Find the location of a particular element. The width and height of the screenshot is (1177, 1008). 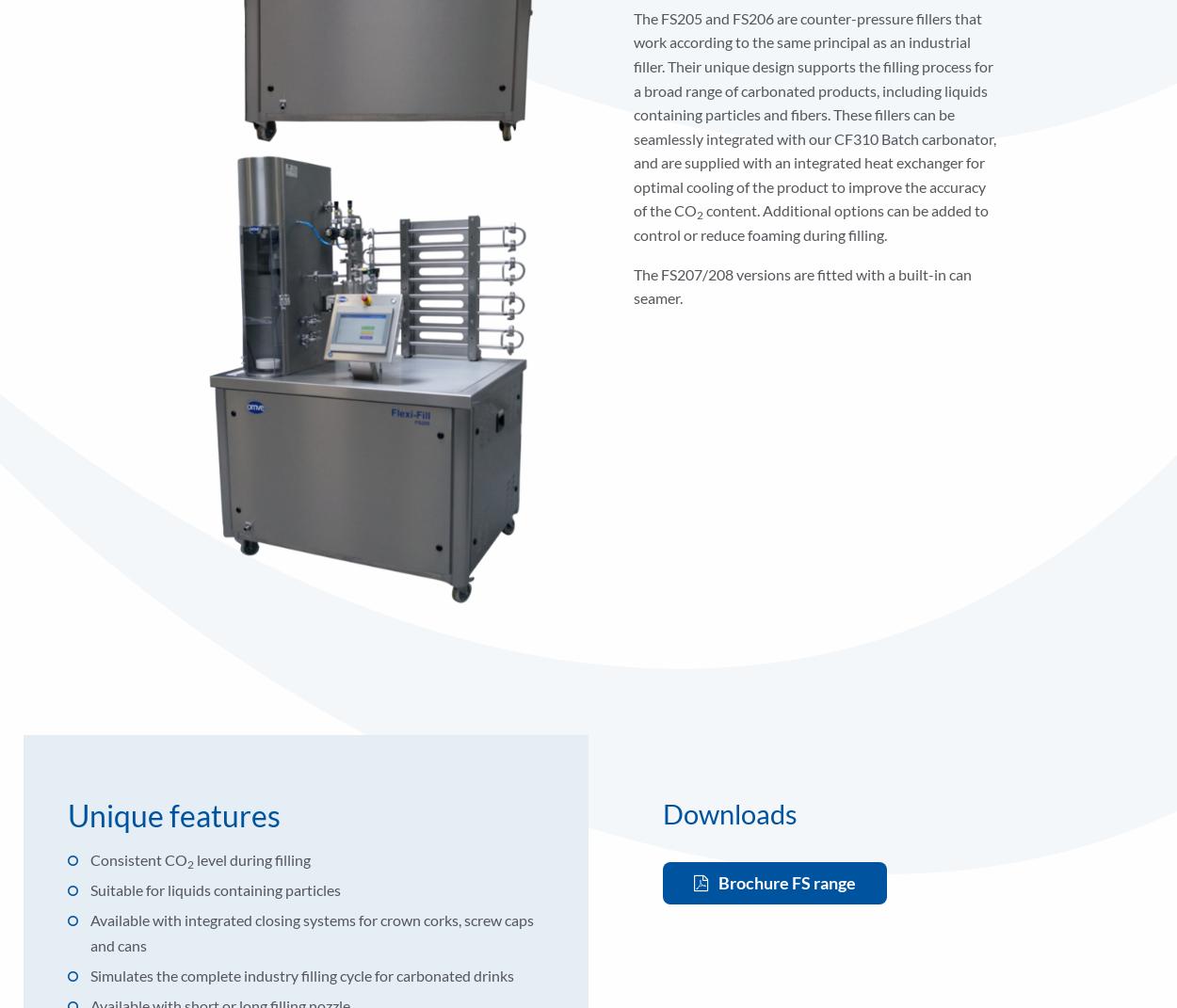

'Unique features' is located at coordinates (174, 814).